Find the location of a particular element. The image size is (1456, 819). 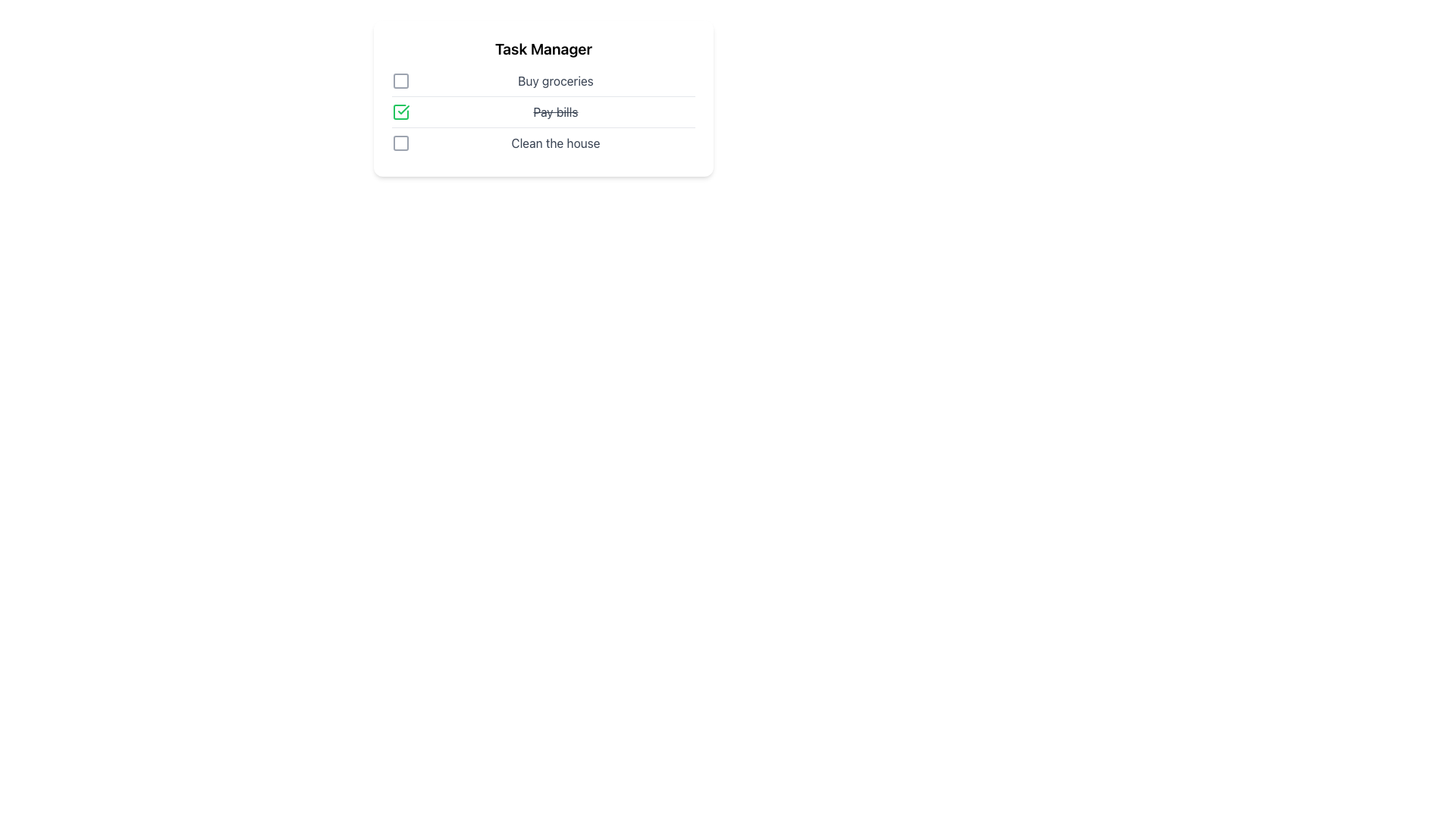

the small red square icon, which is the third icon in the task list interface aligned with the 'Clean the house' text is located at coordinates (400, 143).